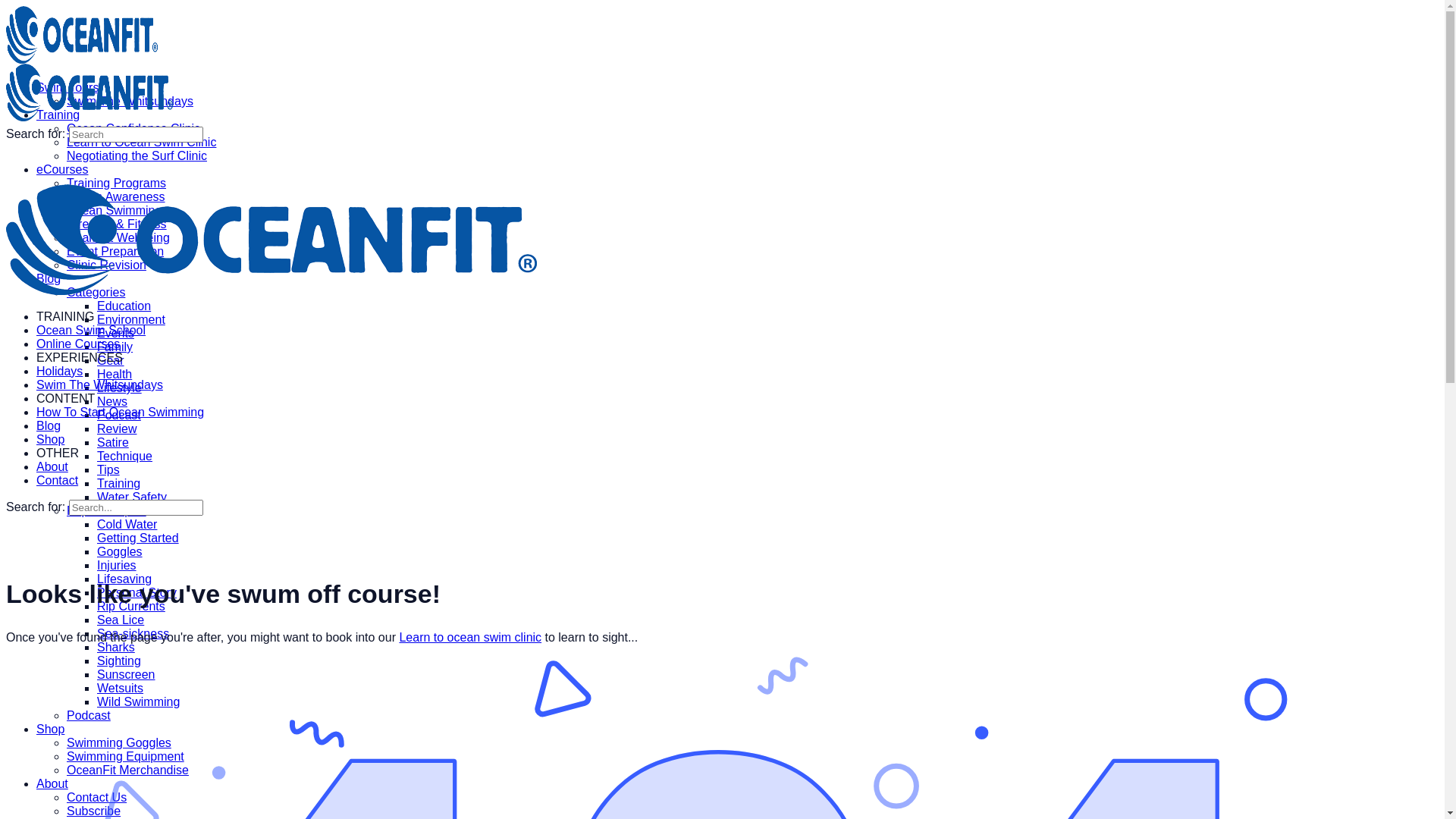  I want to click on 'Negotiating the Surf Clinic', so click(136, 155).